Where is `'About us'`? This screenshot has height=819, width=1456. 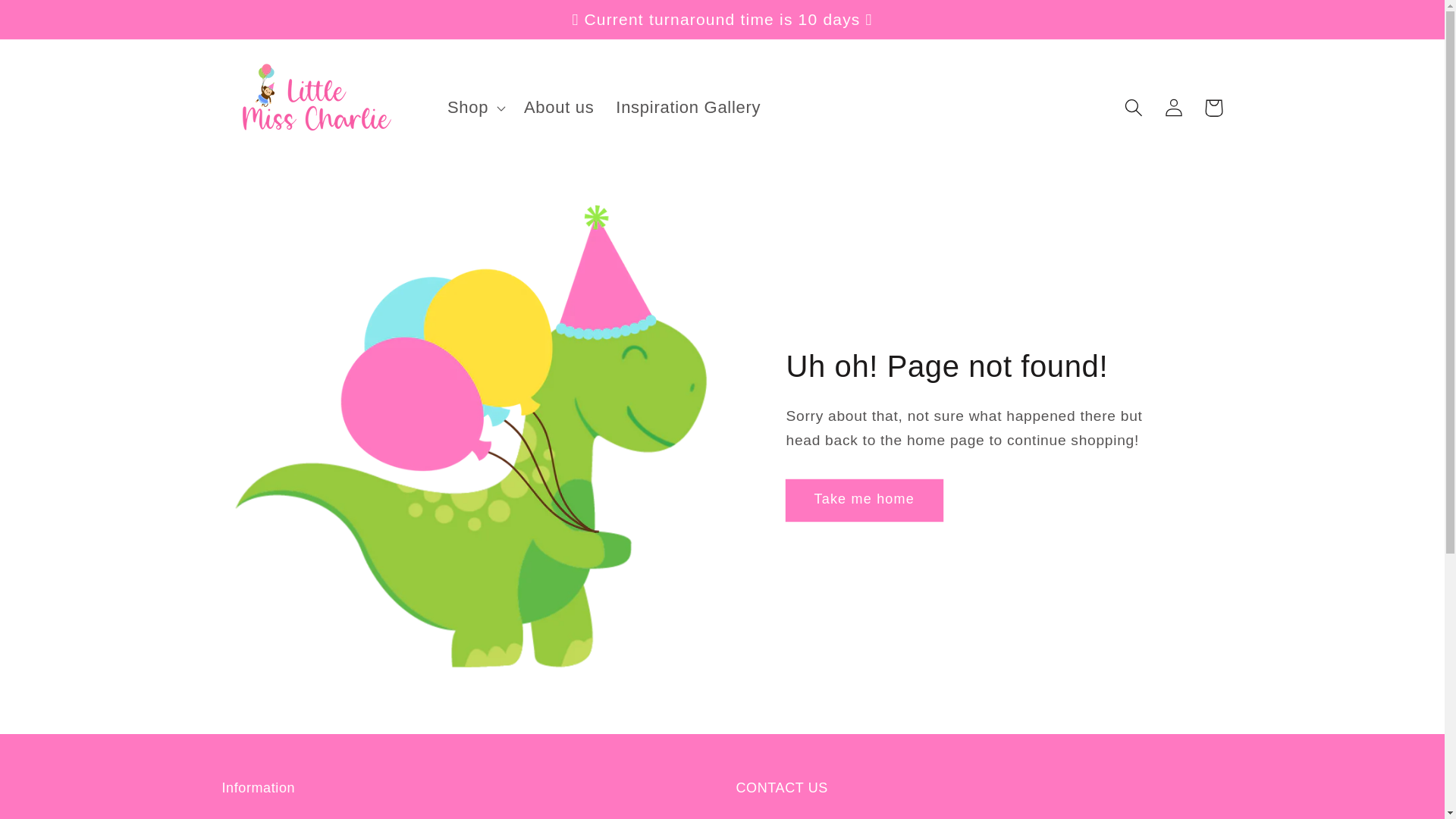 'About us' is located at coordinates (558, 107).